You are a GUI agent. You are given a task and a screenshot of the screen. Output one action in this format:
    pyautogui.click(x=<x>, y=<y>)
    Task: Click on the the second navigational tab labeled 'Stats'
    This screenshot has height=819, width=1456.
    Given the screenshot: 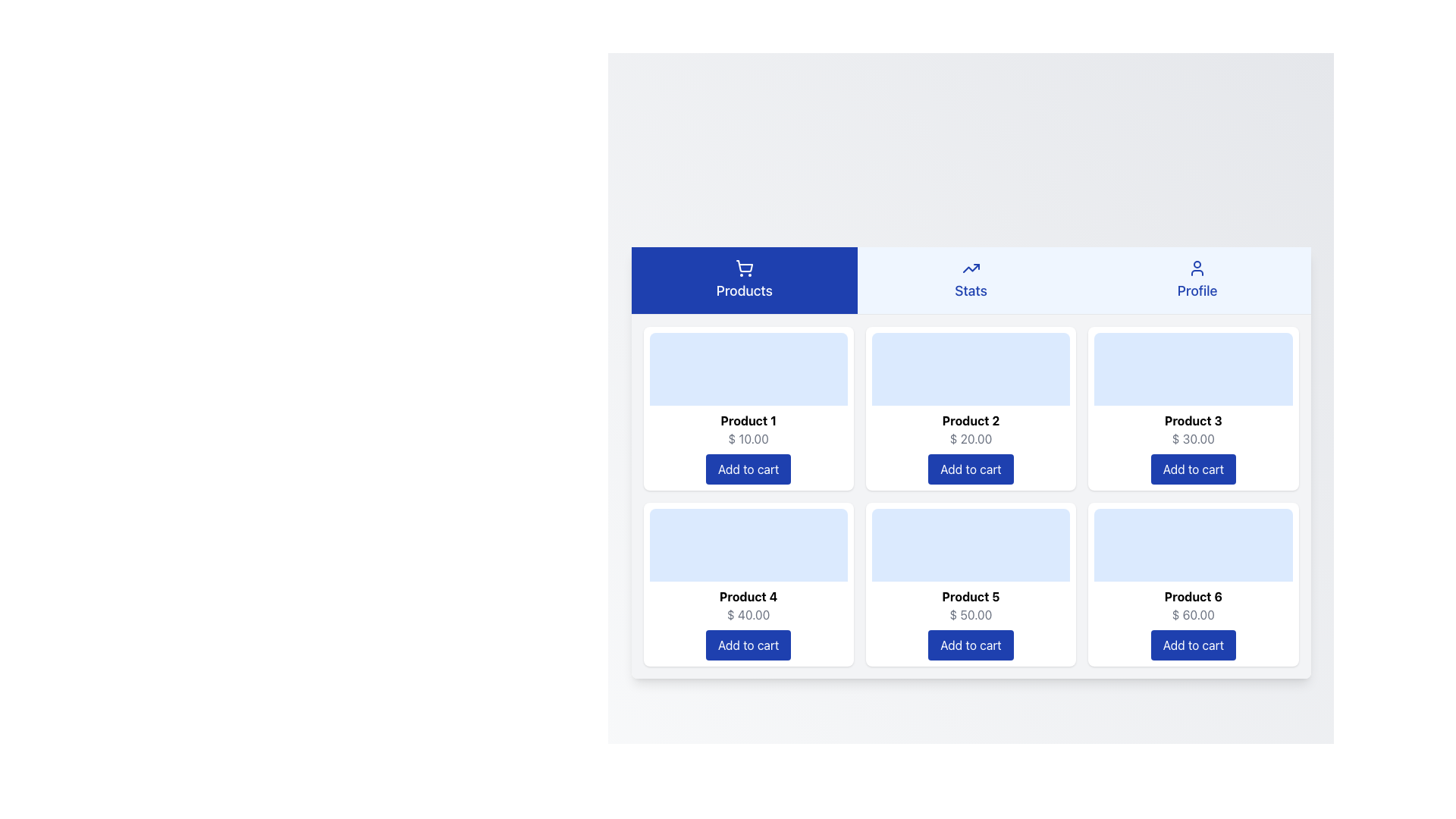 What is the action you would take?
    pyautogui.click(x=971, y=280)
    